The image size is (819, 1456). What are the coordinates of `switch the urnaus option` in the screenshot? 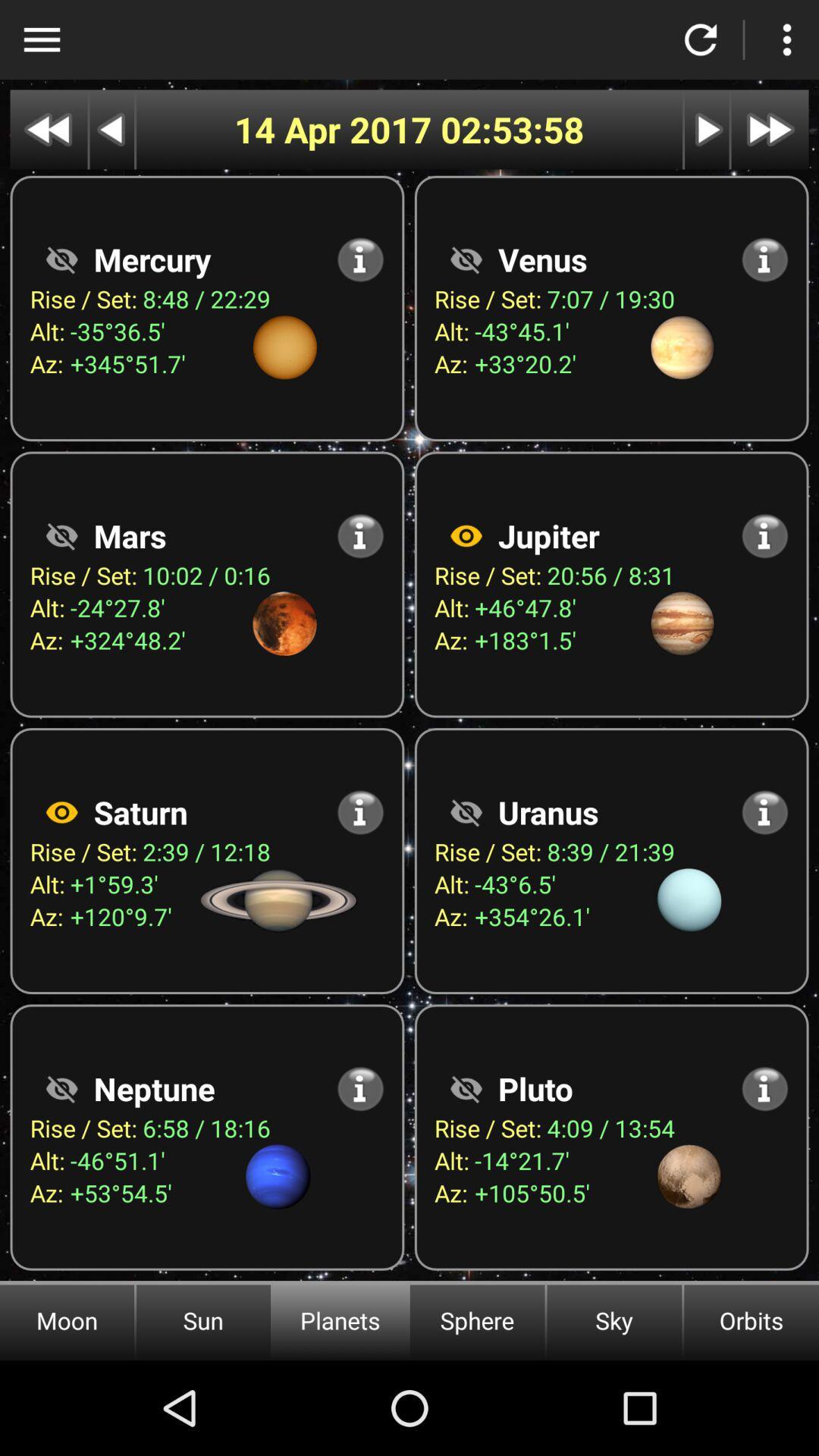 It's located at (465, 811).